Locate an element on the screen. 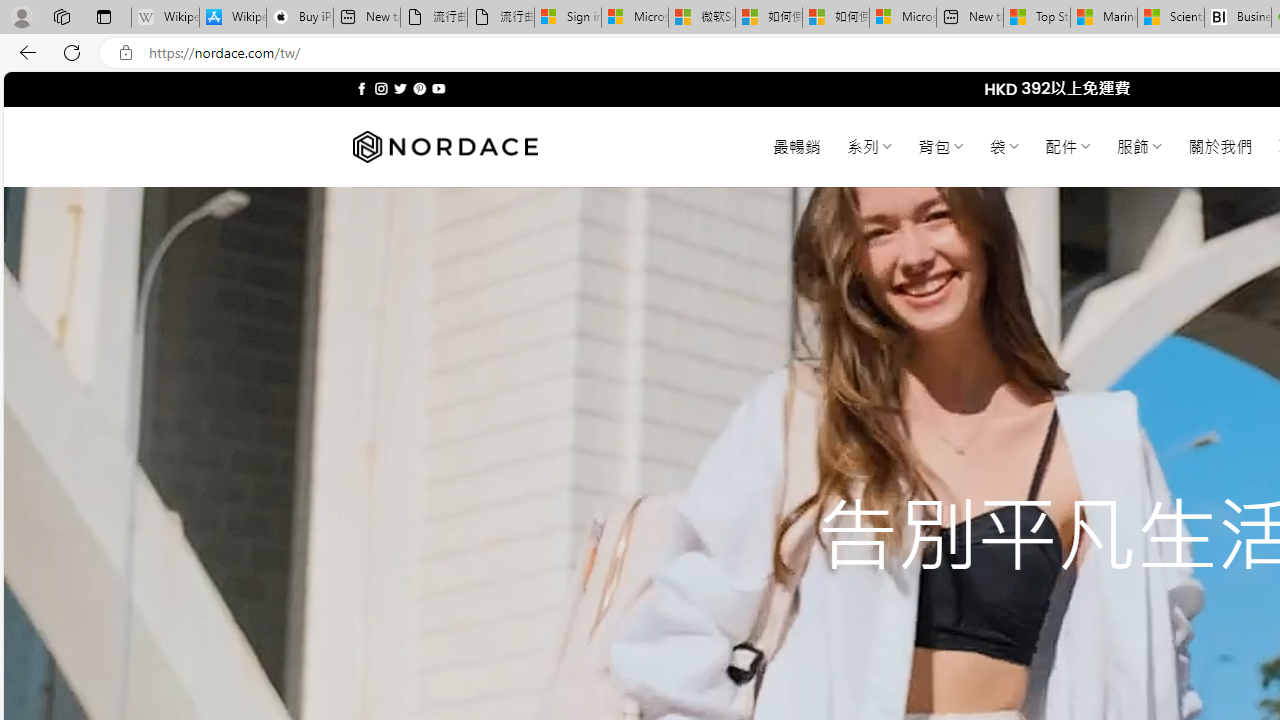 The height and width of the screenshot is (720, 1280). 'Follow on Pinterest' is located at coordinates (418, 88).